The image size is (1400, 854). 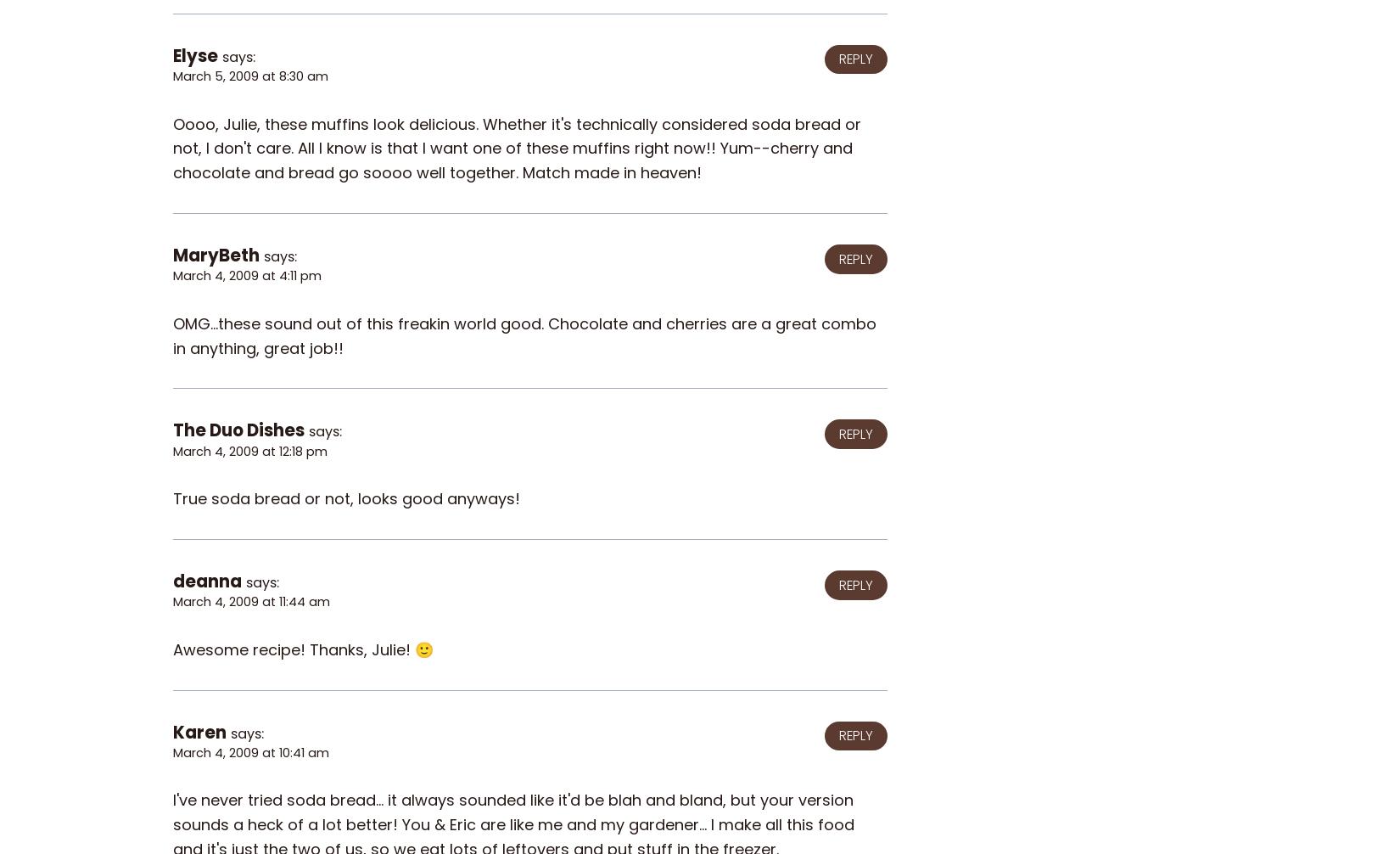 I want to click on 'The Duo Dishes', so click(x=238, y=430).